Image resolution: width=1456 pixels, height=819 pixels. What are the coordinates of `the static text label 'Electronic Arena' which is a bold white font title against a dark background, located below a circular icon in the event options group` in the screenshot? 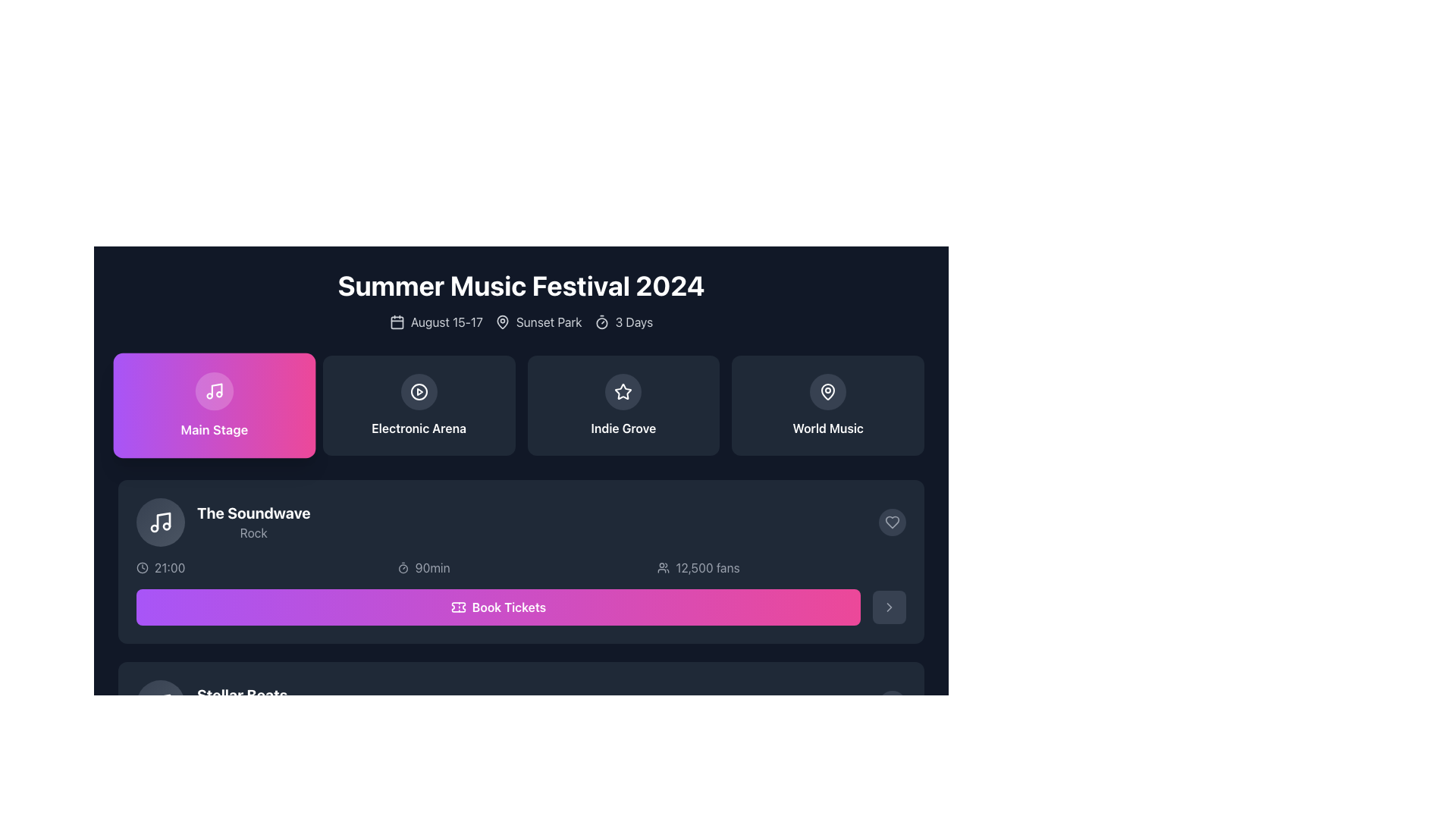 It's located at (419, 428).